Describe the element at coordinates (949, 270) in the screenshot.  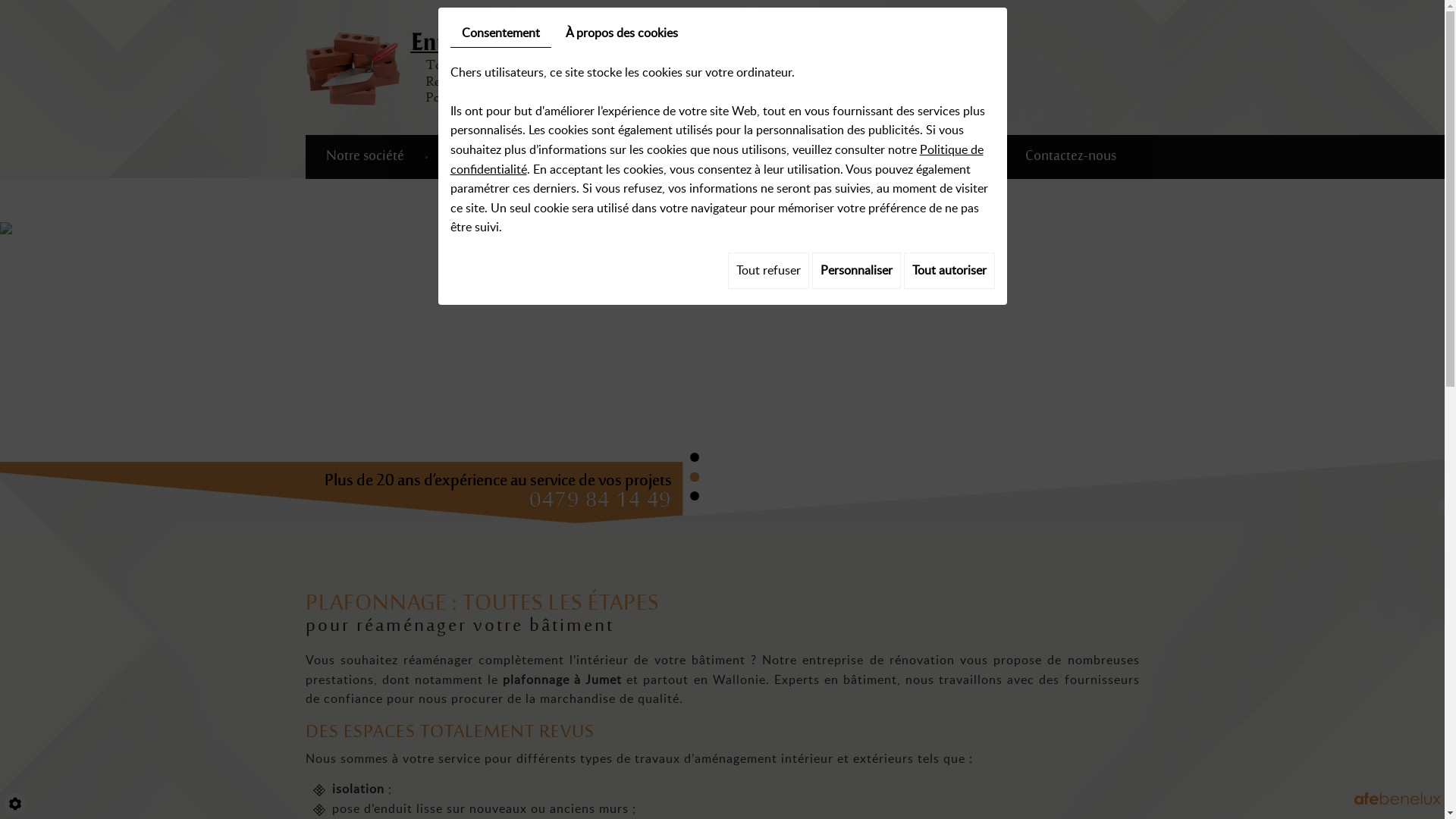
I see `'Tout autoriser'` at that location.